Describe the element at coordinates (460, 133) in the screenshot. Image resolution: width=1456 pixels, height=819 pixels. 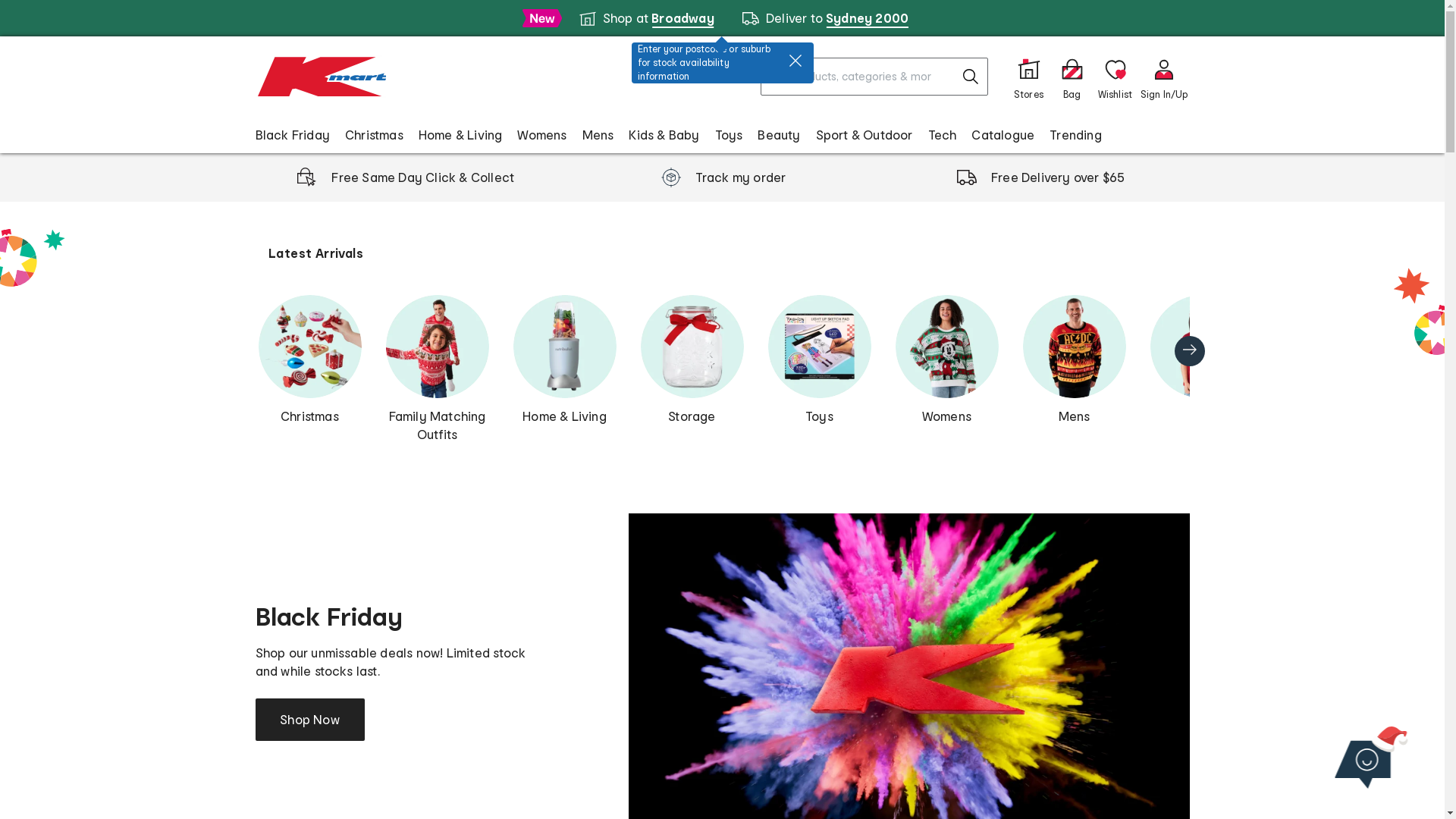
I see `'Home & Living'` at that location.